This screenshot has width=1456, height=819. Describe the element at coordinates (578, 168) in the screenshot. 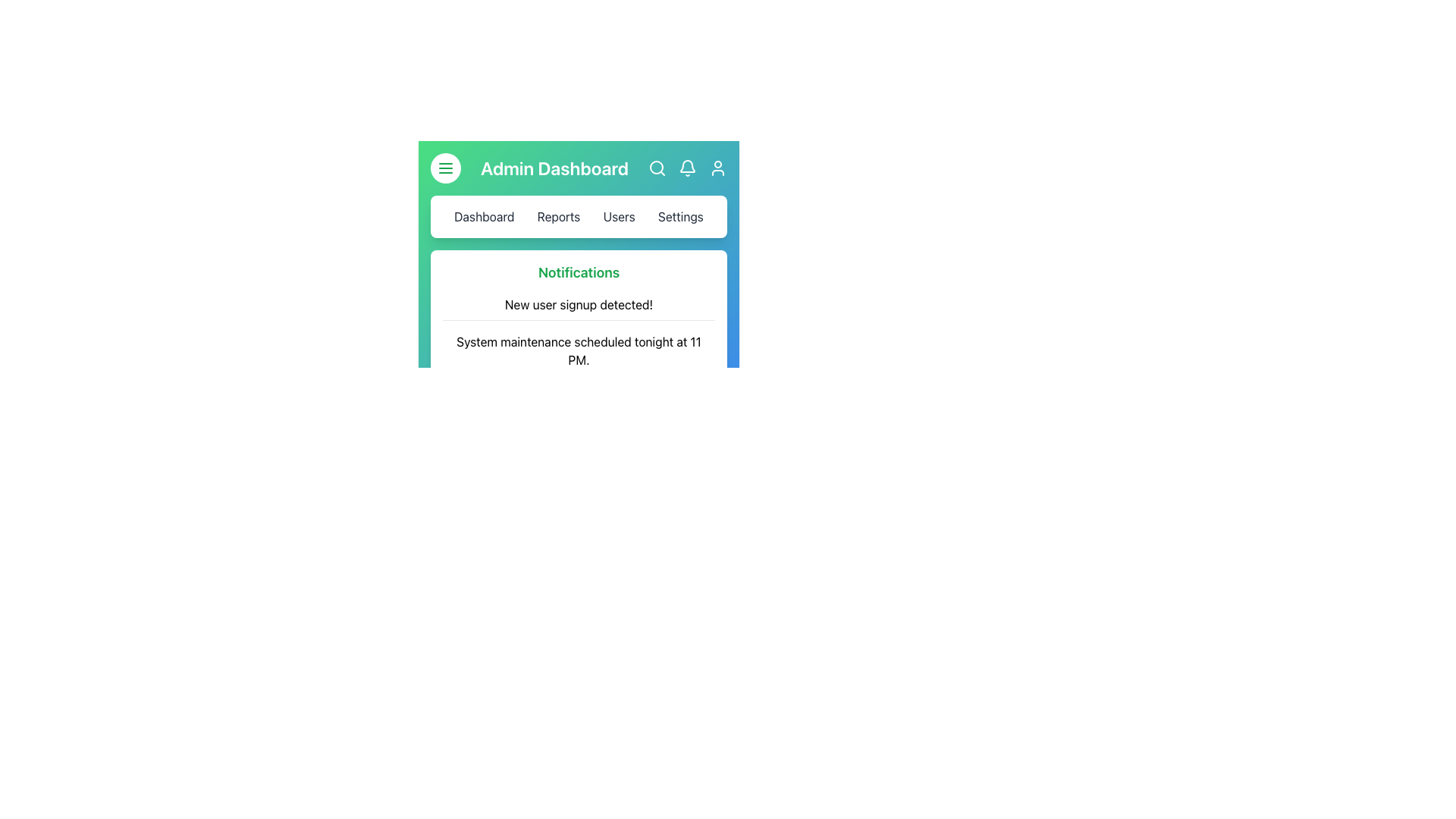

I see `the Text label located in the header section of the admin dashboard, which serves as the title or label indicating the current view or functionality` at that location.